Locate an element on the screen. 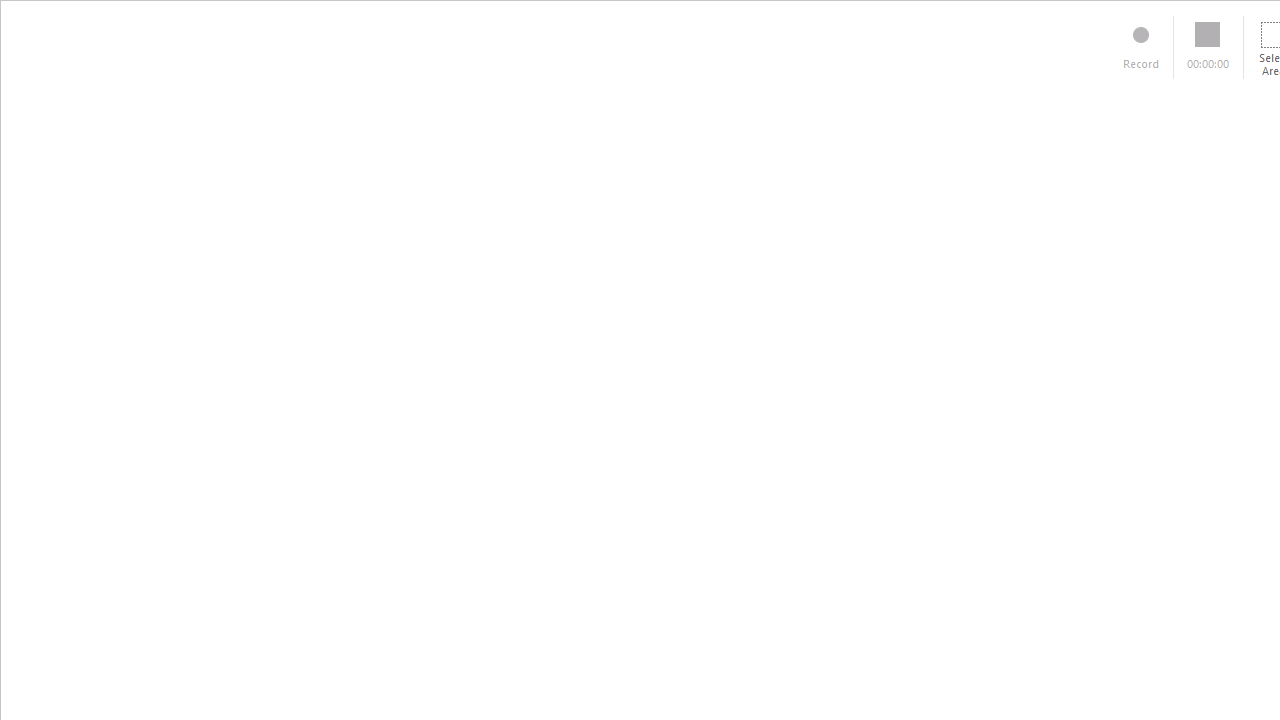 The image size is (1280, 720). '00:00:00' is located at coordinates (1207, 46).